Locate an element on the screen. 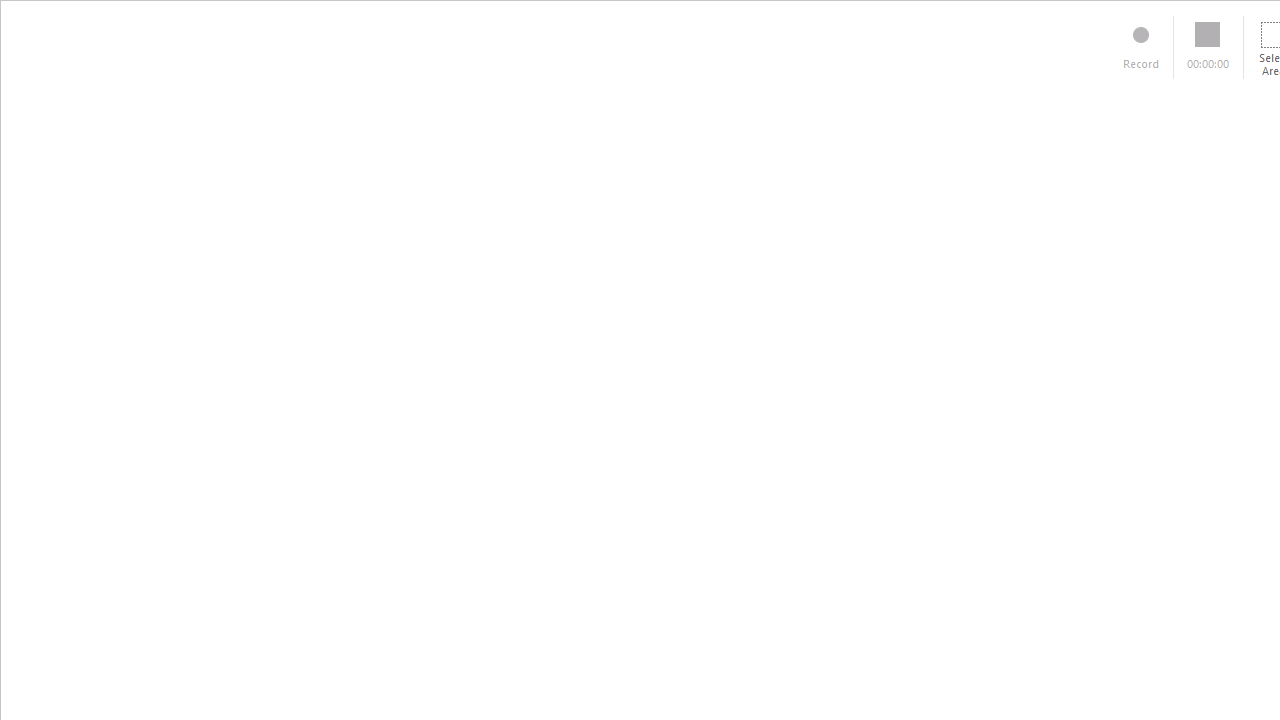 The image size is (1280, 720). '00:00:00' is located at coordinates (1207, 46).